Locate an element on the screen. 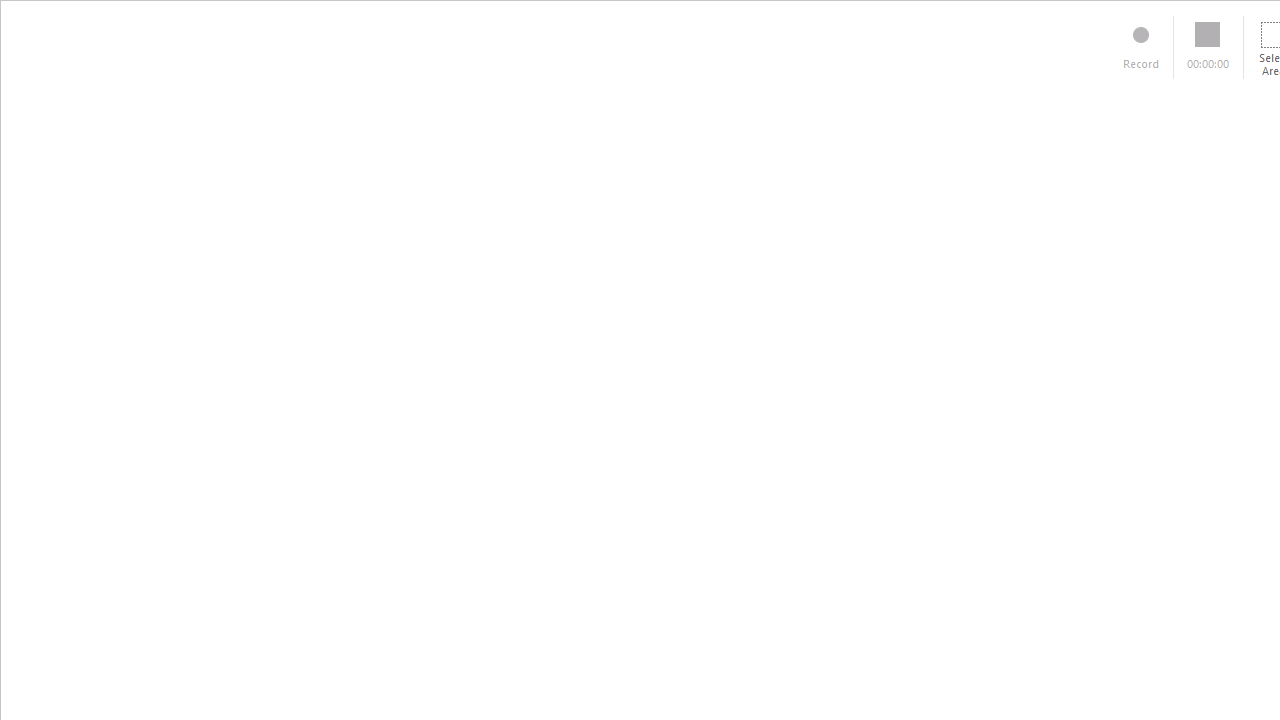 The image size is (1280, 720). '00:00:00' is located at coordinates (1207, 46).